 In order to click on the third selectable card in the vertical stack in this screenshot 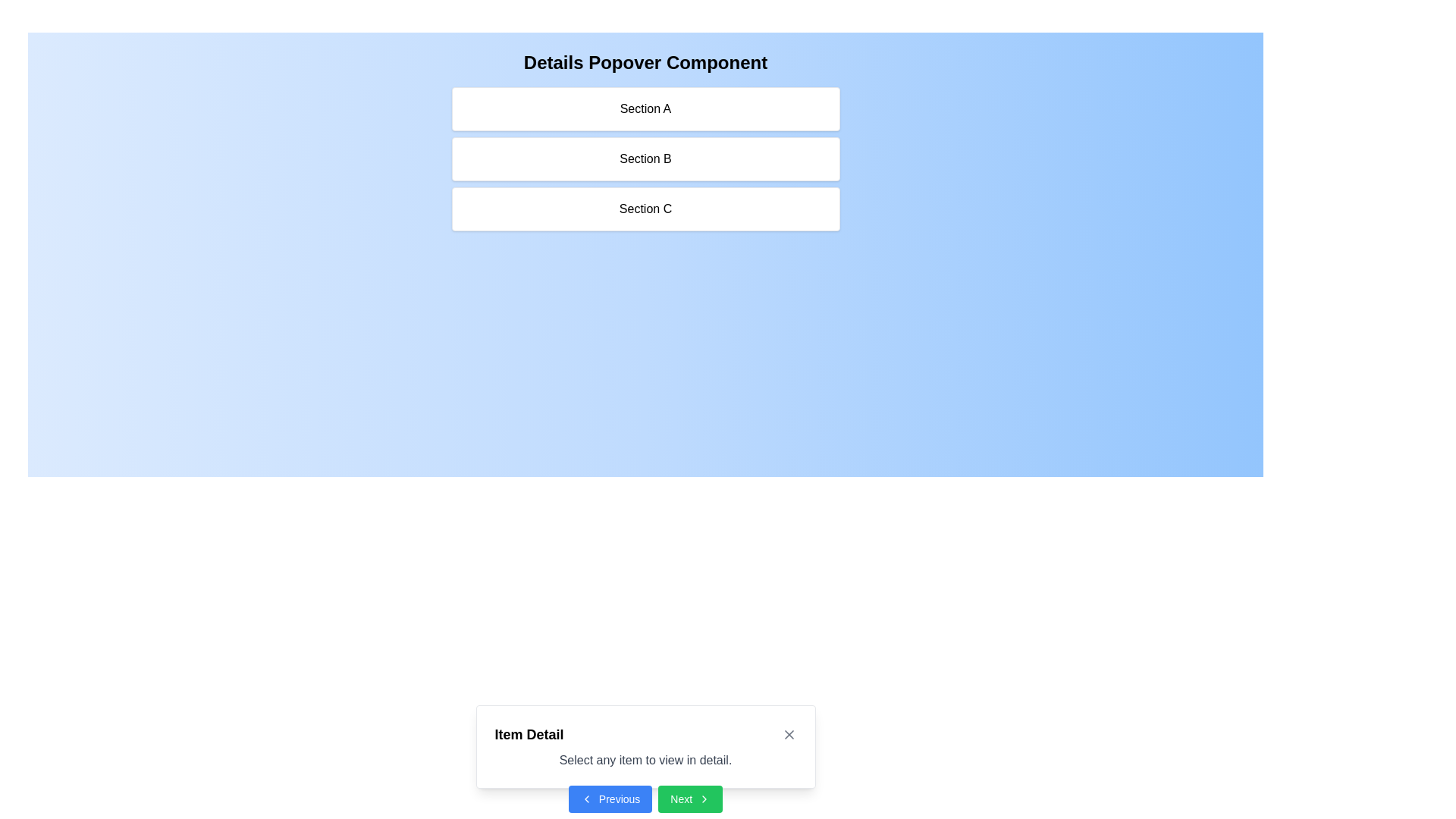, I will do `click(645, 209)`.